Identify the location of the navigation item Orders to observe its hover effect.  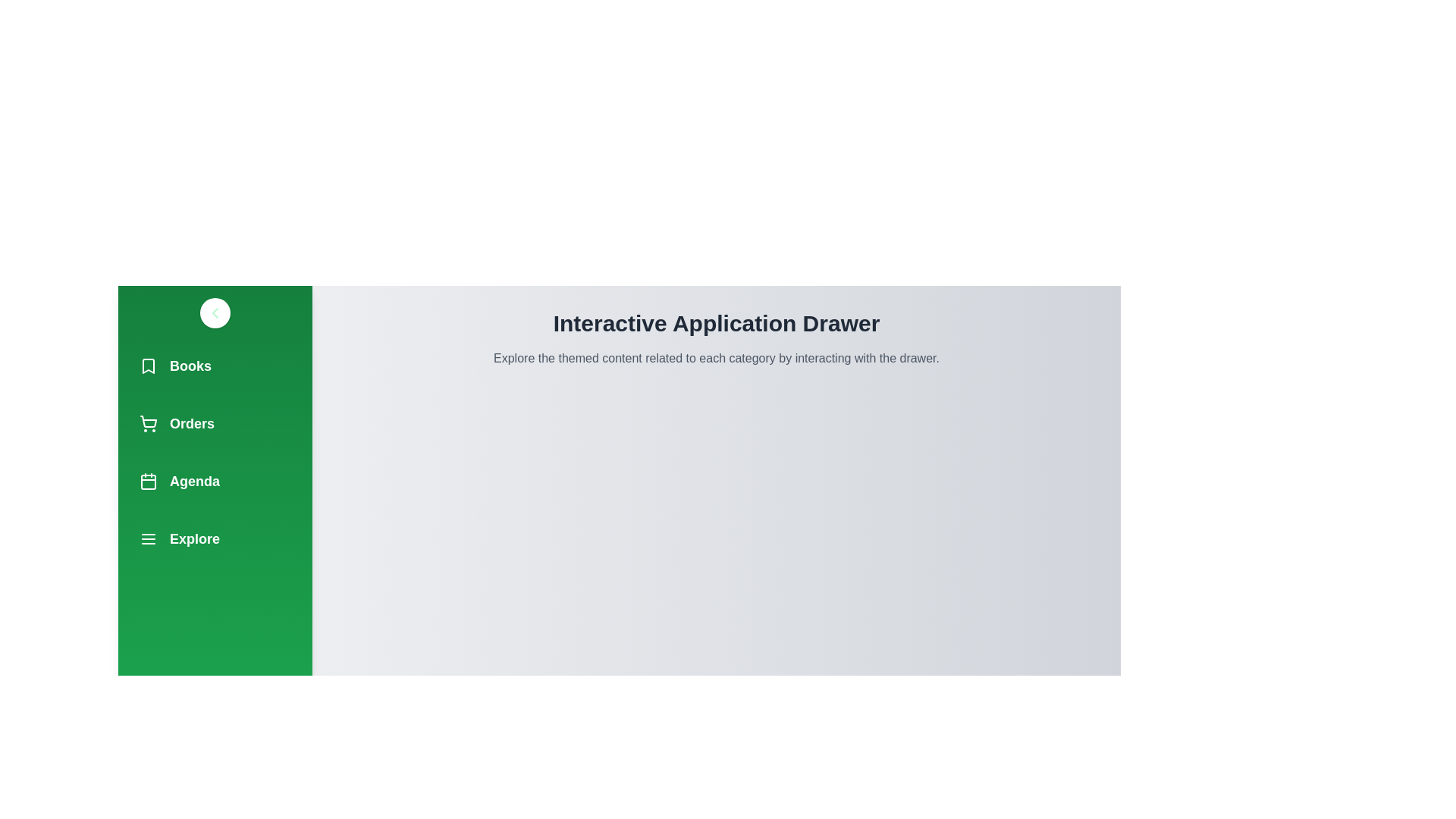
(214, 424).